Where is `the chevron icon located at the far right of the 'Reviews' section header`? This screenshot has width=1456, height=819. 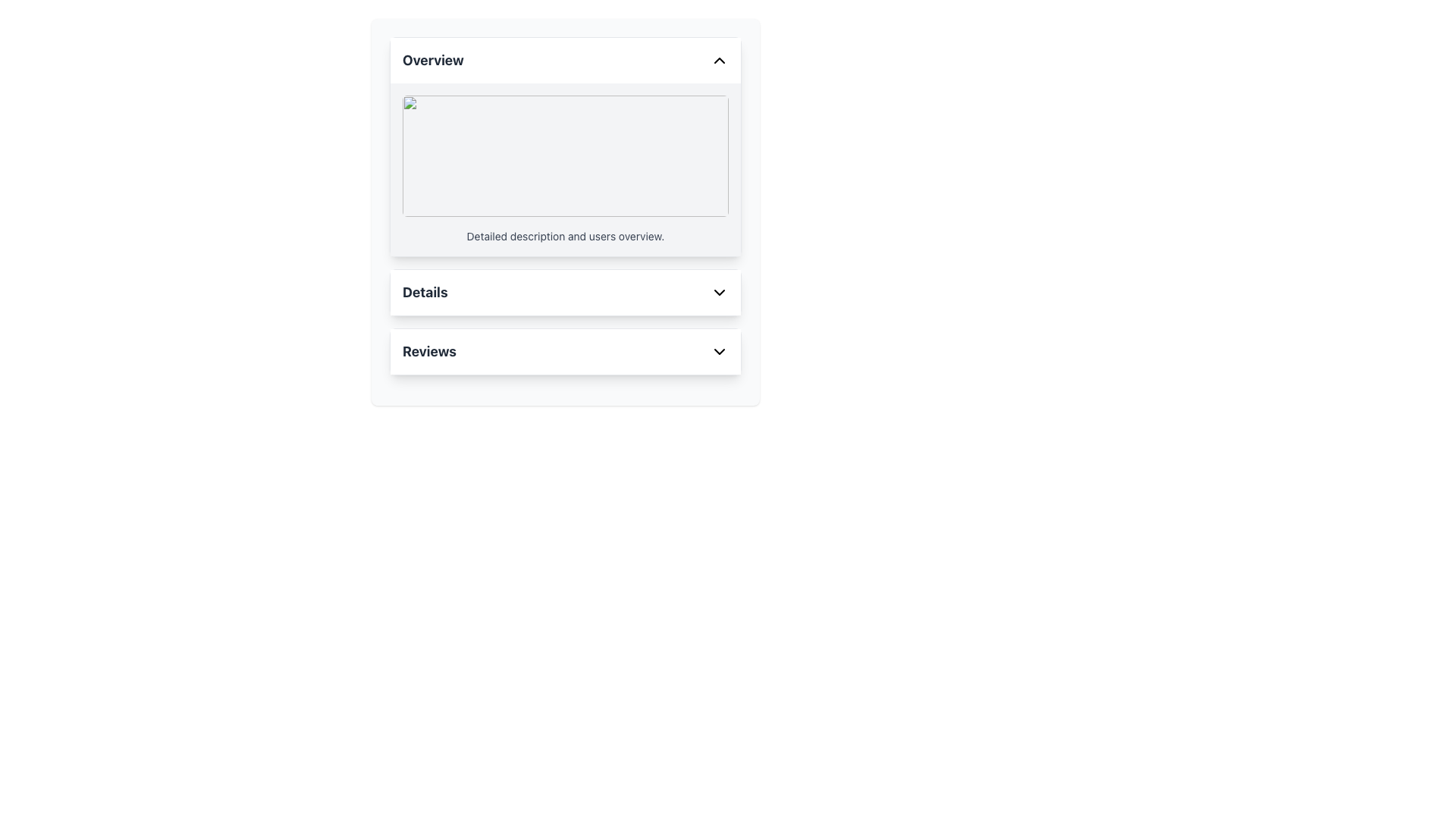 the chevron icon located at the far right of the 'Reviews' section header is located at coordinates (719, 351).